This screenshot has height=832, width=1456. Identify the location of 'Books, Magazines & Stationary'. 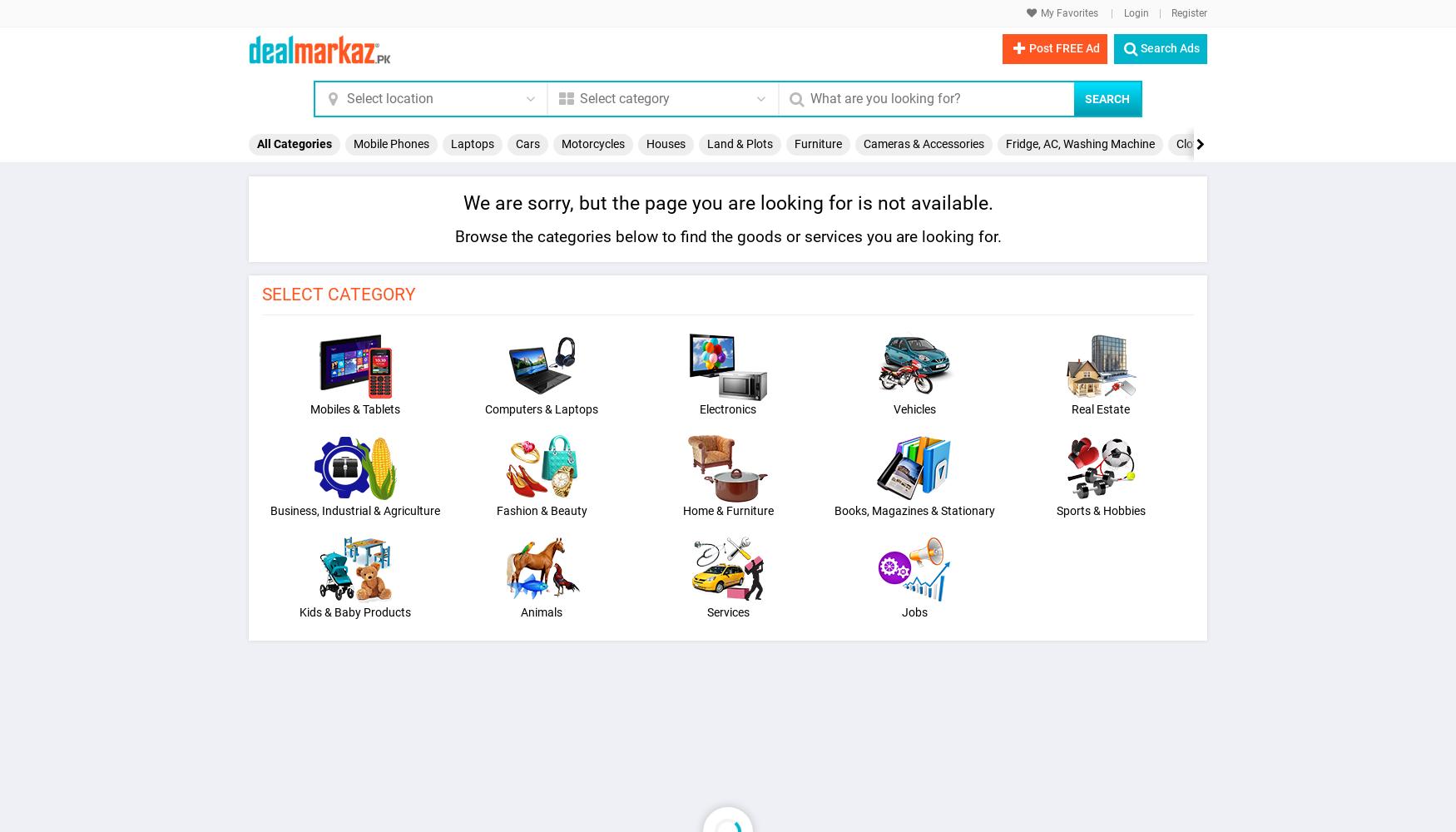
(914, 509).